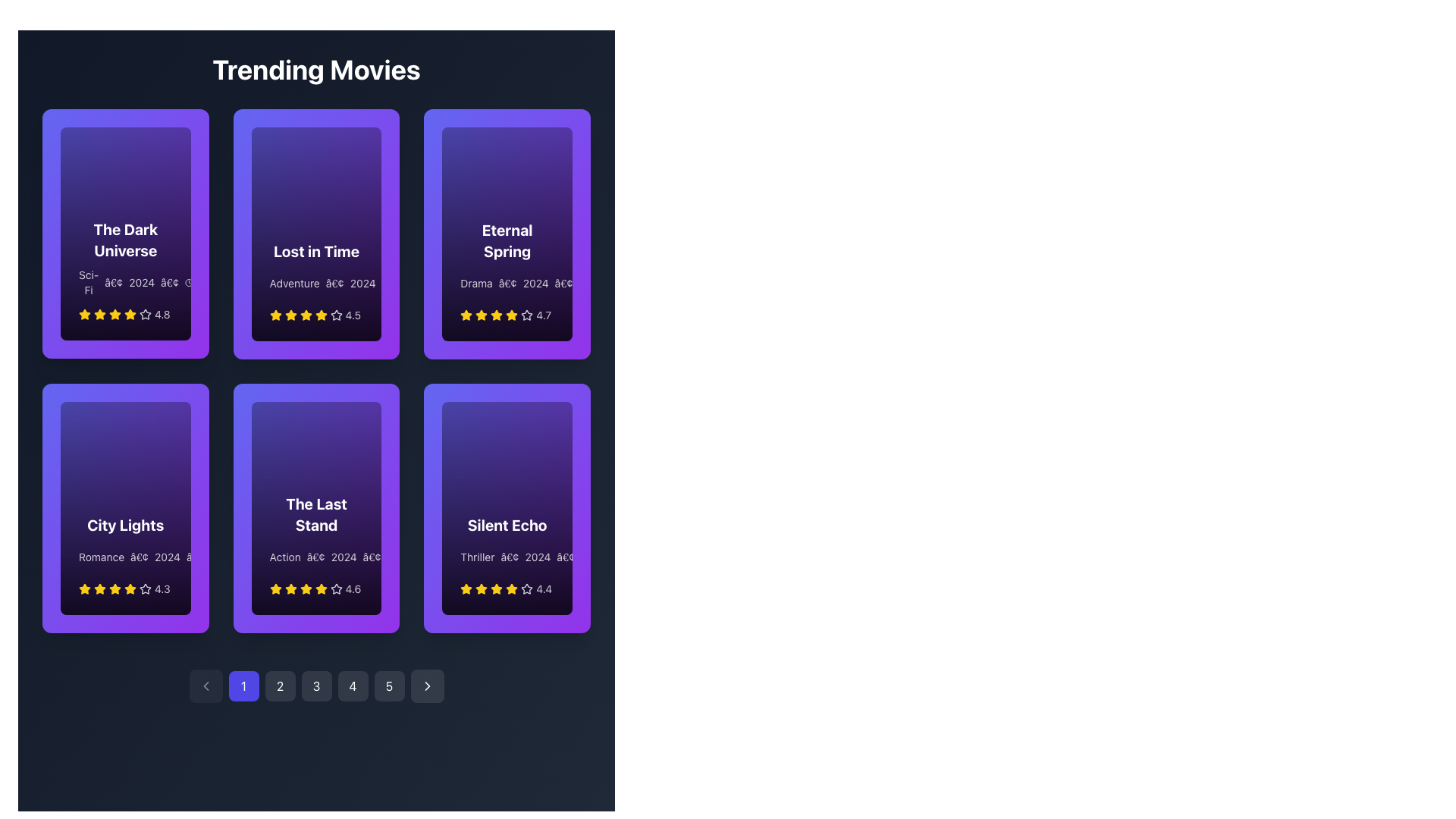 The image size is (1456, 819). What do you see at coordinates (115, 314) in the screenshot?
I see `the second star in the rating system for the movie 'The Dark Universe'` at bounding box center [115, 314].